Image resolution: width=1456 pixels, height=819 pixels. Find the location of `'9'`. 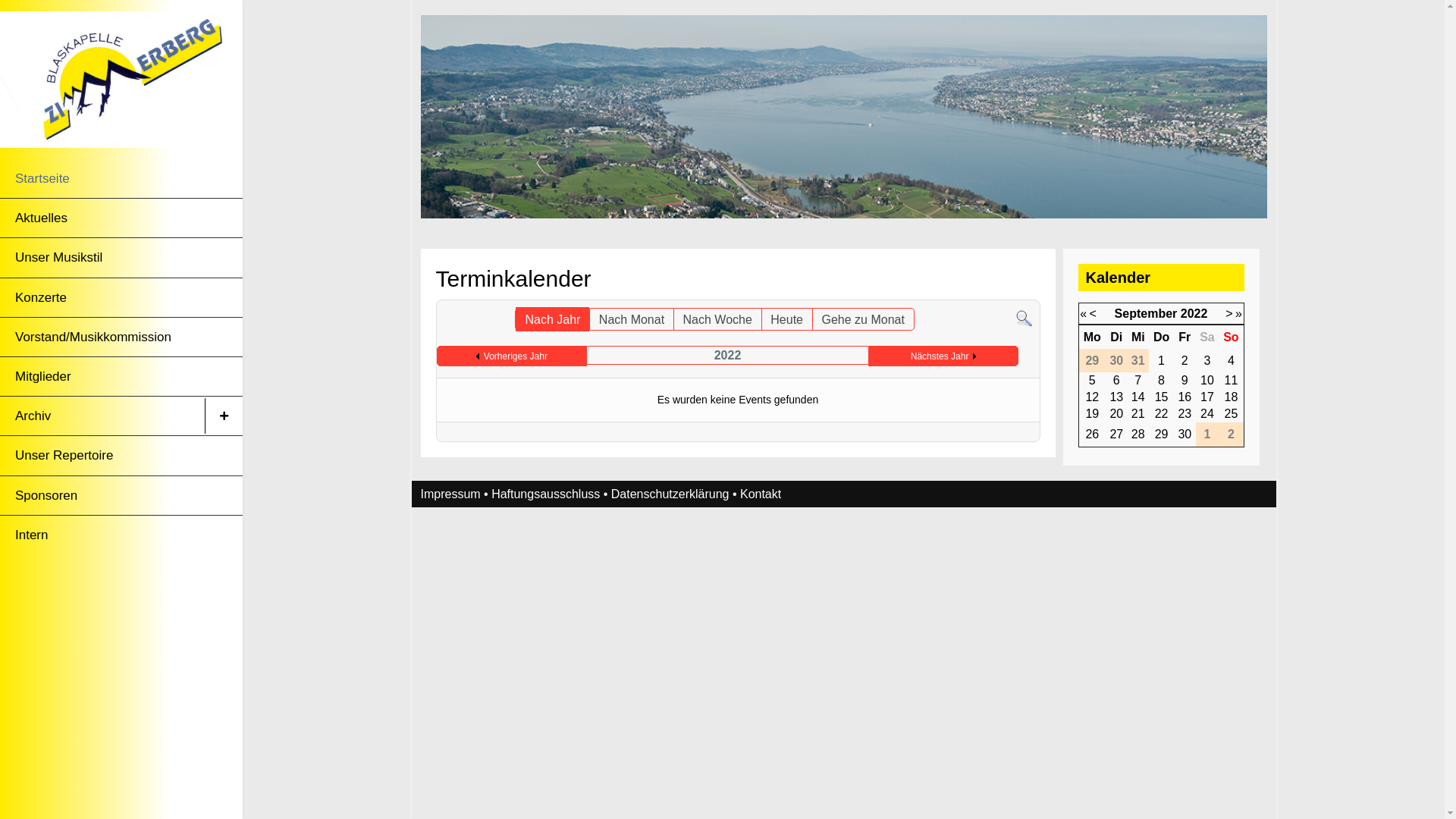

'9' is located at coordinates (1184, 379).